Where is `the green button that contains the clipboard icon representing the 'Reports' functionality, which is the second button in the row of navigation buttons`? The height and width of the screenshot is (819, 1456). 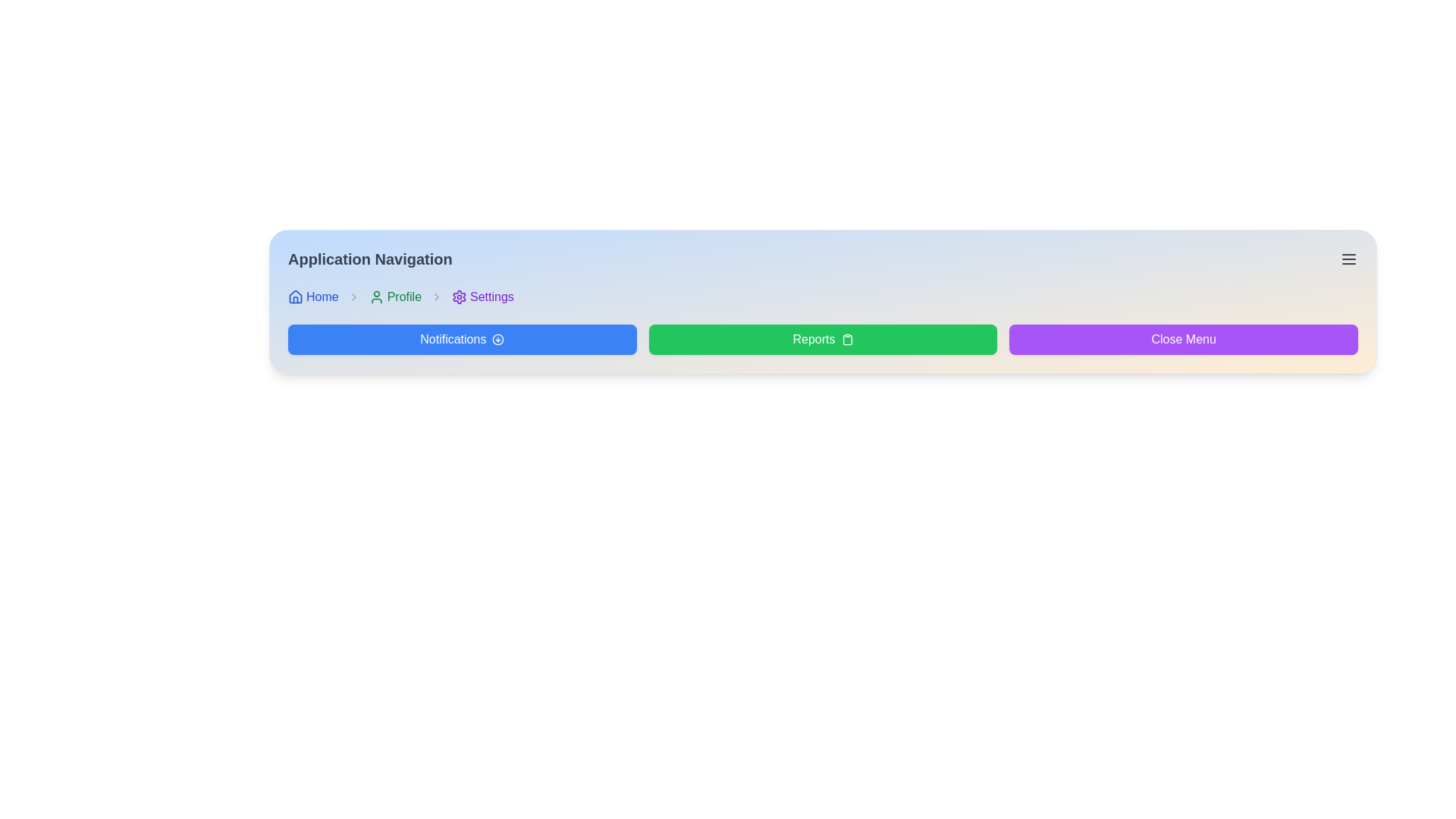
the green button that contains the clipboard icon representing the 'Reports' functionality, which is the second button in the row of navigation buttons is located at coordinates (846, 338).